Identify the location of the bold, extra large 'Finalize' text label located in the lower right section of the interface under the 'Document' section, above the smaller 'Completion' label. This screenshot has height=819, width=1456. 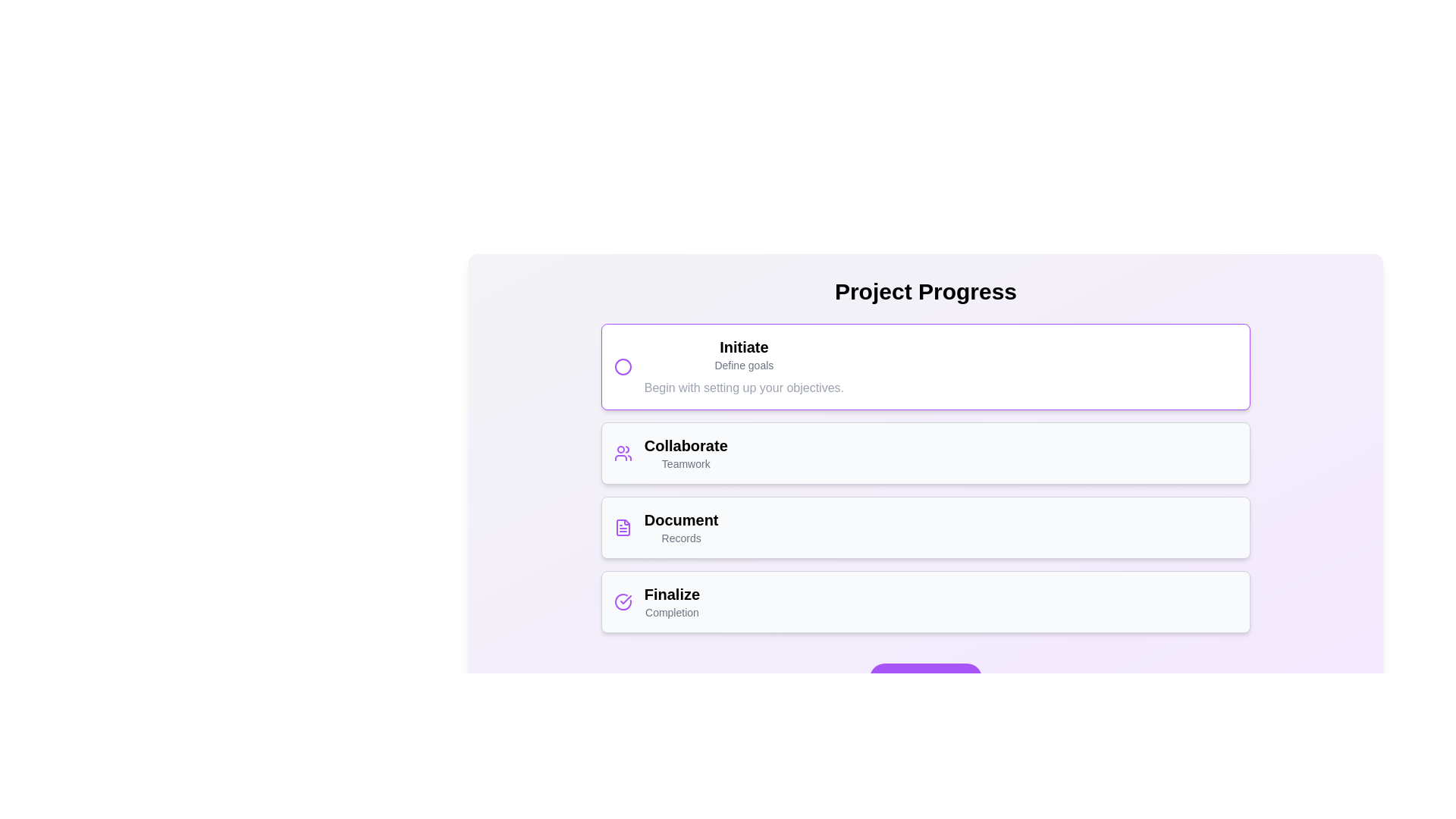
(671, 593).